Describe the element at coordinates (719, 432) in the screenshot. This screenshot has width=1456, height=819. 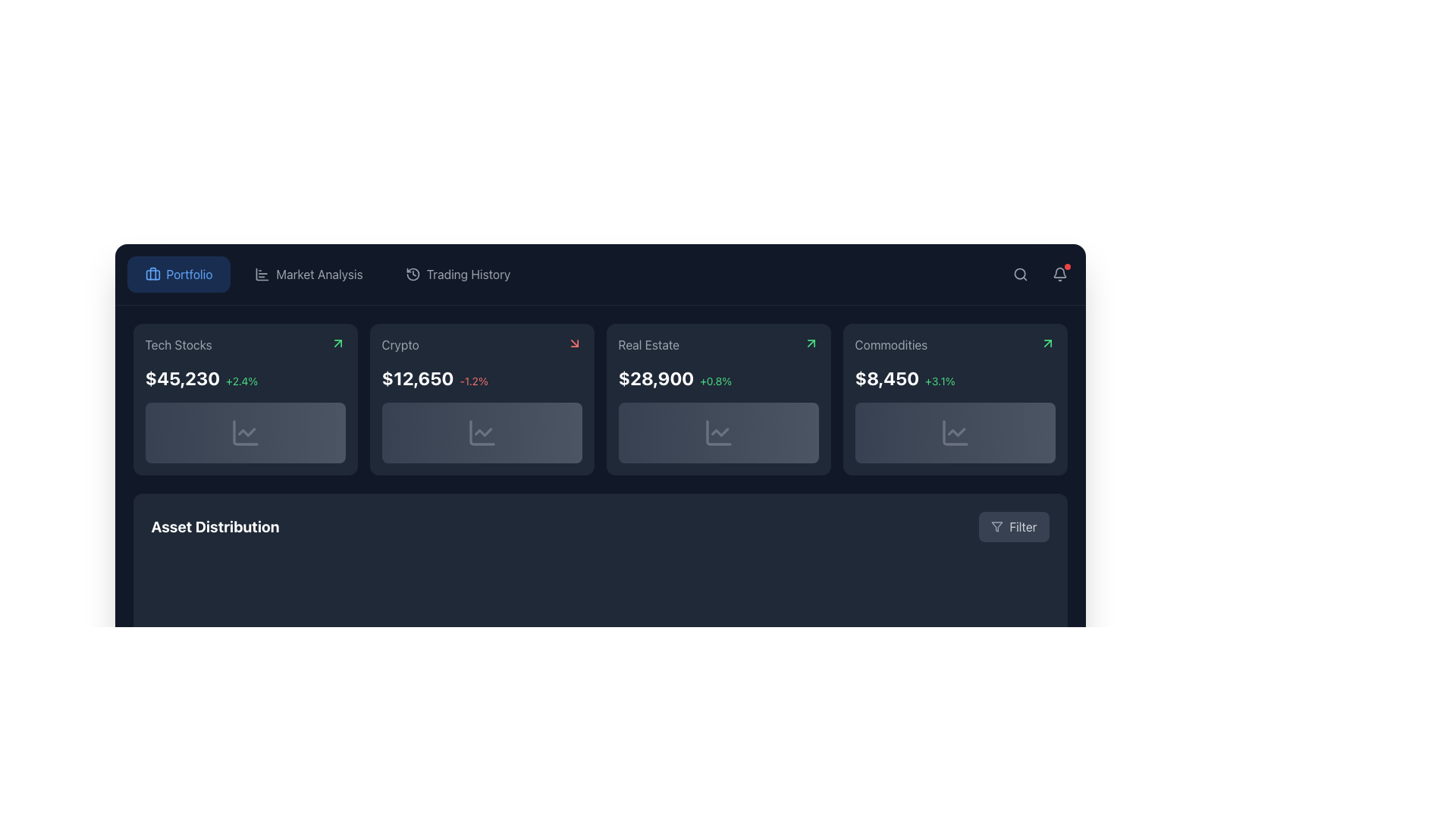
I see `the line chart icon located in the lower section of the 'Real Estate' card, which is the third card from the left in the row of four summary cards` at that location.